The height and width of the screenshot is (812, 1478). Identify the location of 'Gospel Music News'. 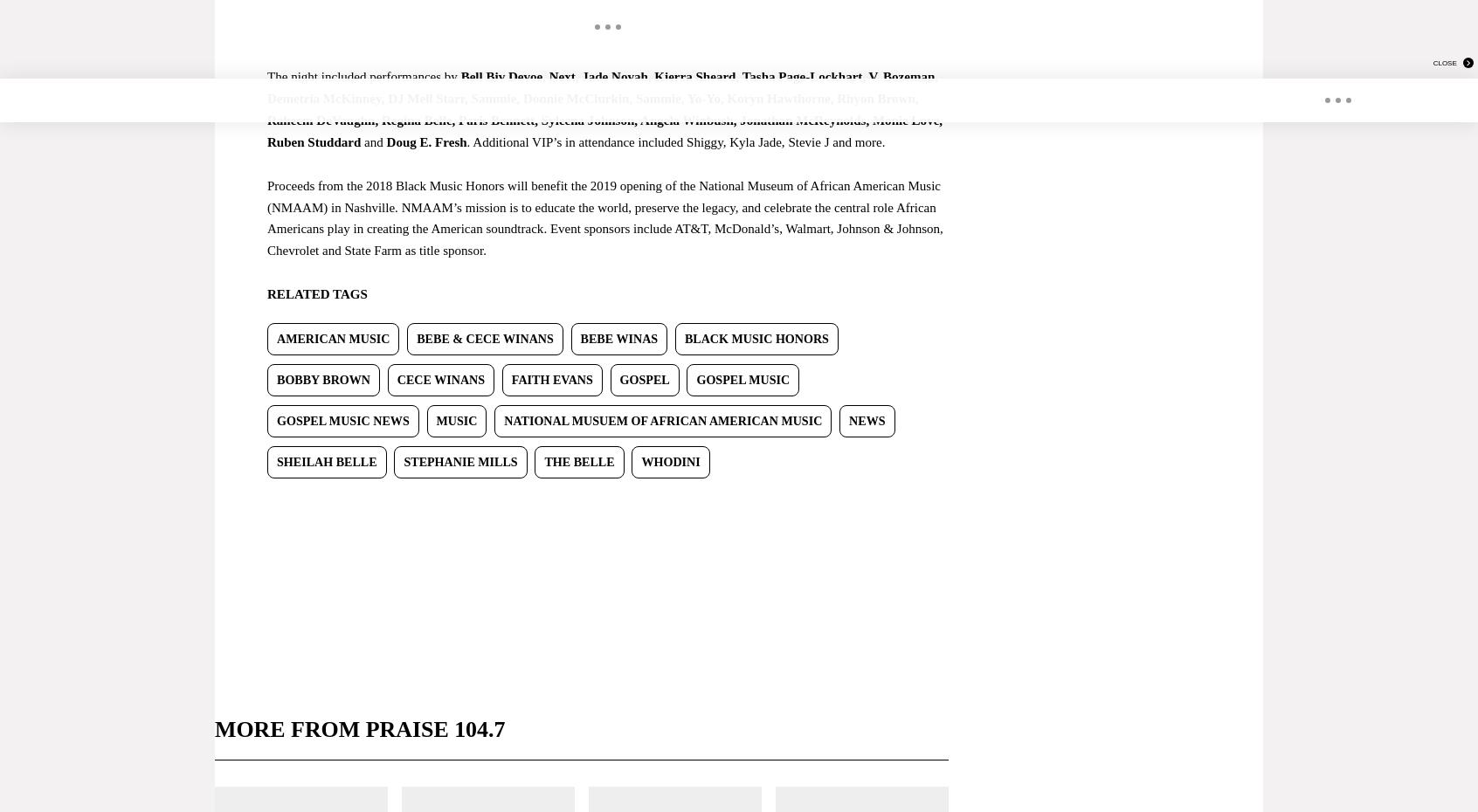
(342, 420).